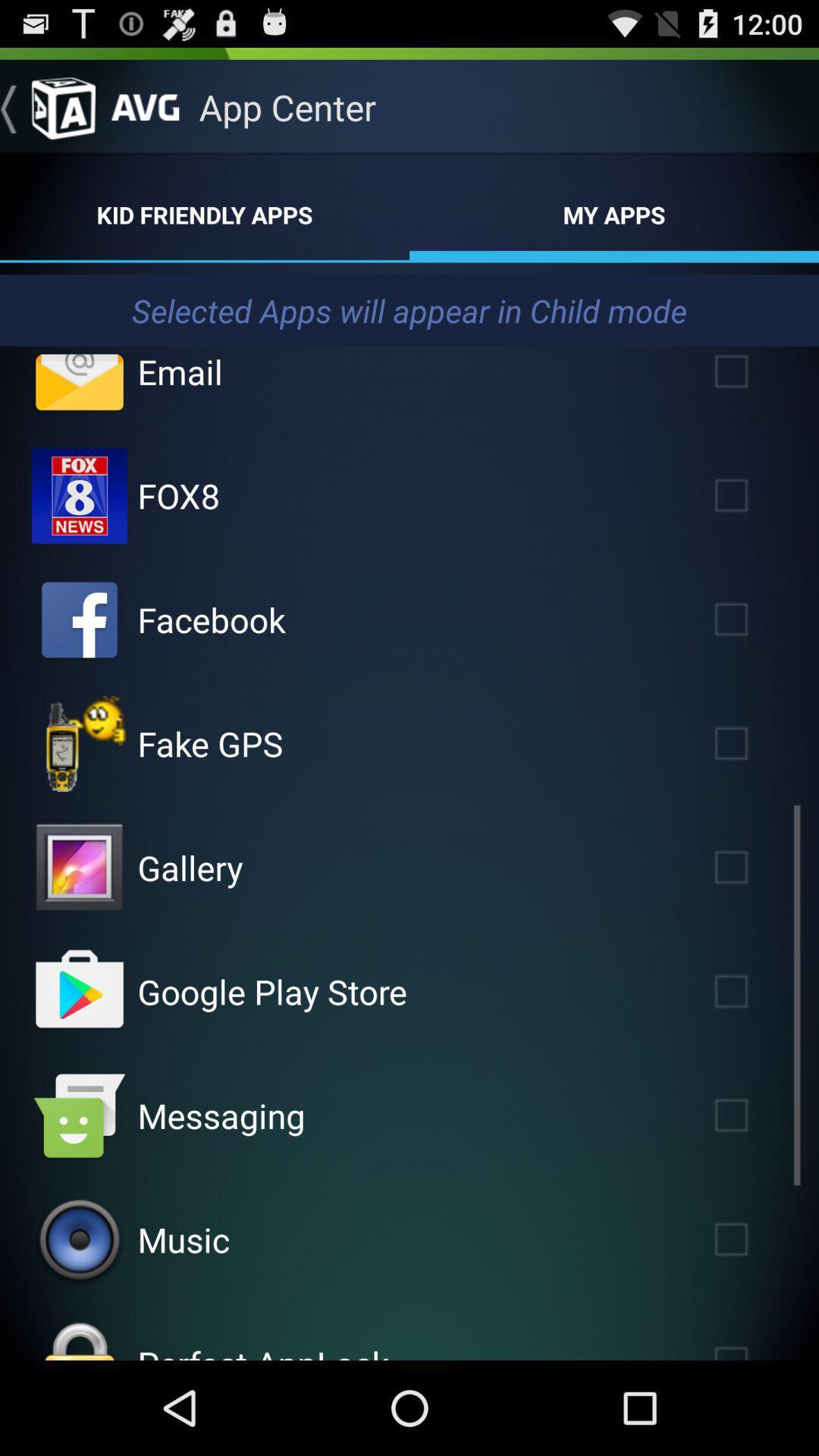 The image size is (819, 1456). What do you see at coordinates (79, 495) in the screenshot?
I see `open fox8 app information` at bounding box center [79, 495].